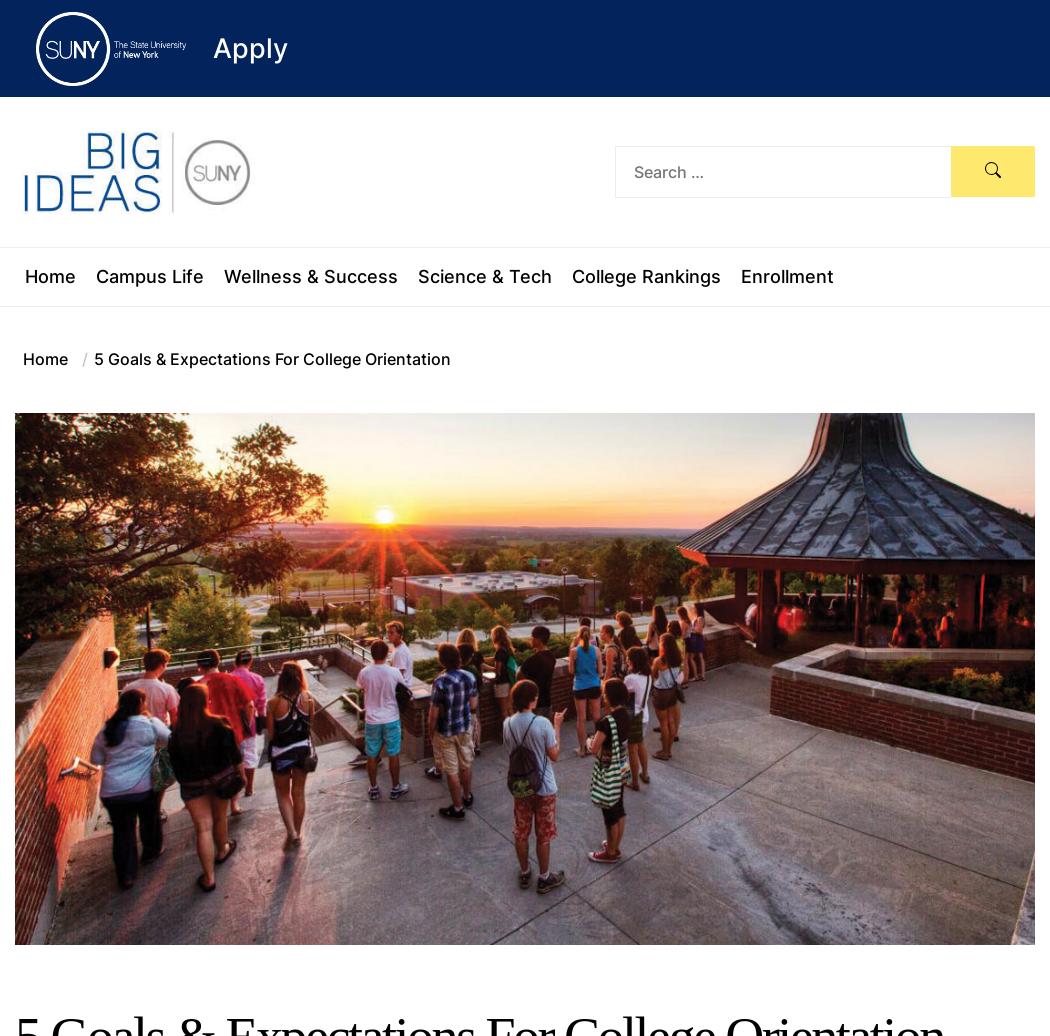 The image size is (1050, 1036). Describe the element at coordinates (714, 890) in the screenshot. I see `'8 Tips To Help You Adjust to A New Semester On Campus or Online'` at that location.